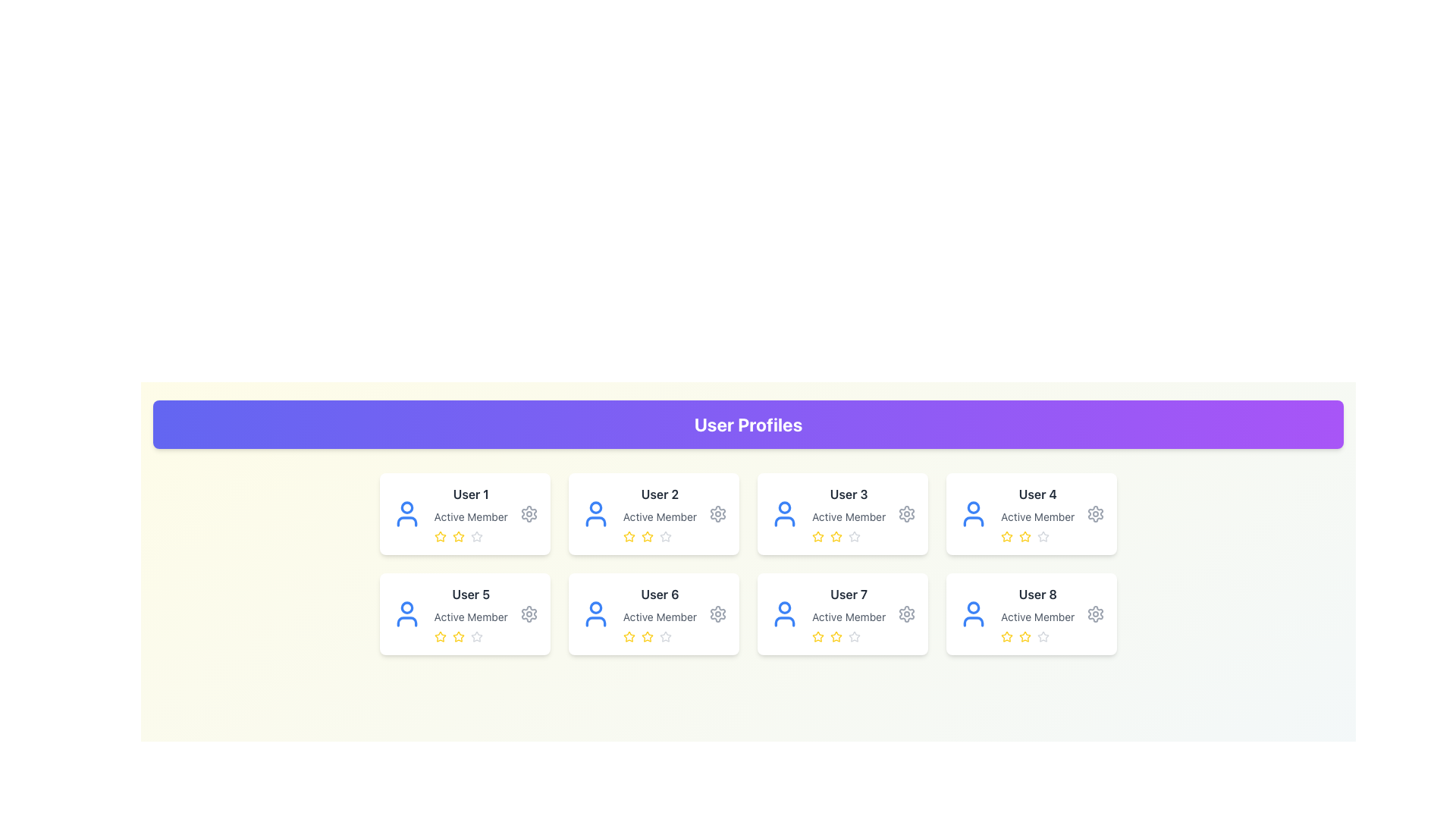  What do you see at coordinates (475, 636) in the screenshot?
I see `the third star rating button in the 'User 5' card, which allows users to select the third rating level in the user rating system` at bounding box center [475, 636].